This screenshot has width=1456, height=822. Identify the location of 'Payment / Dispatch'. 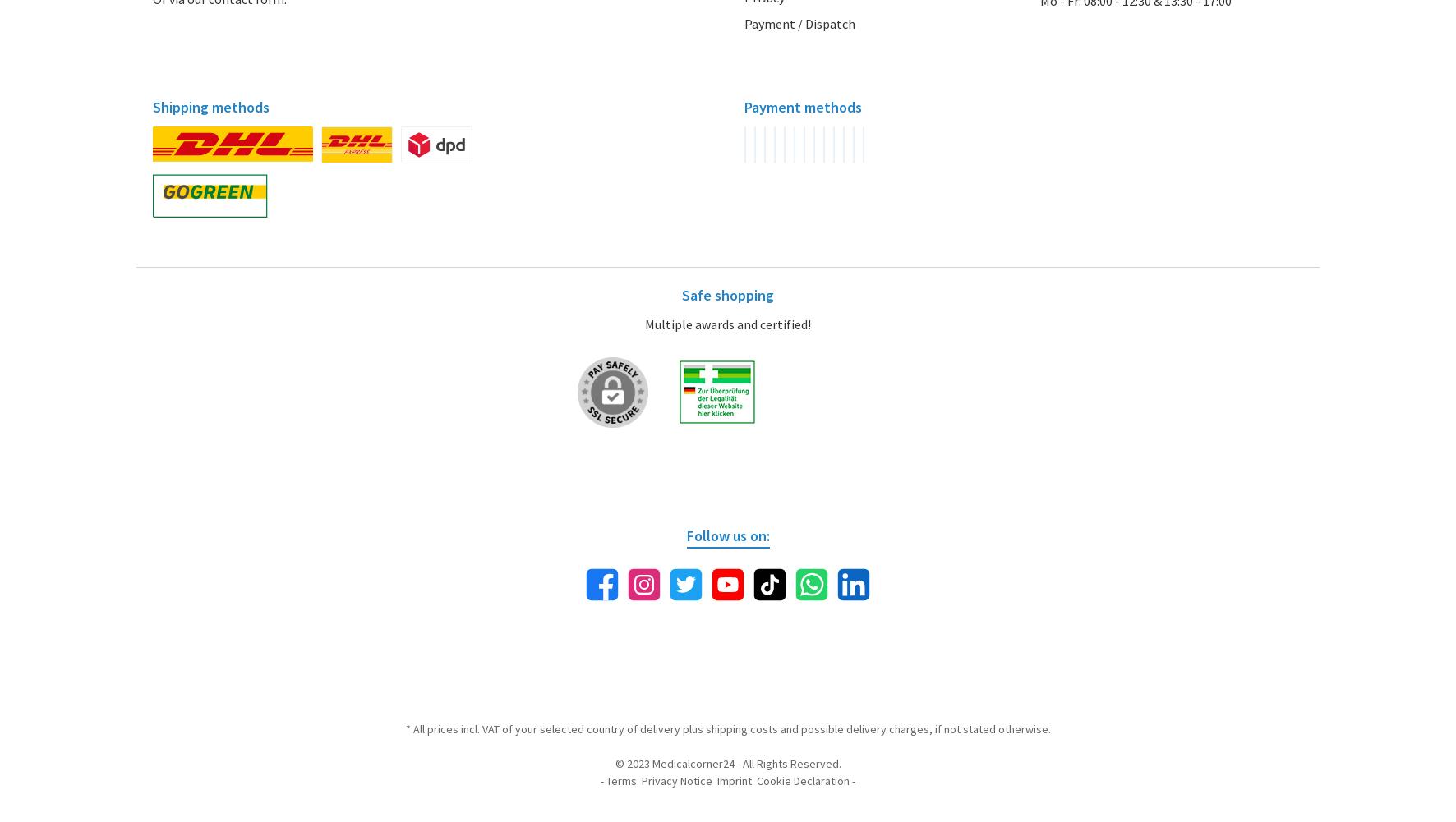
(799, 23).